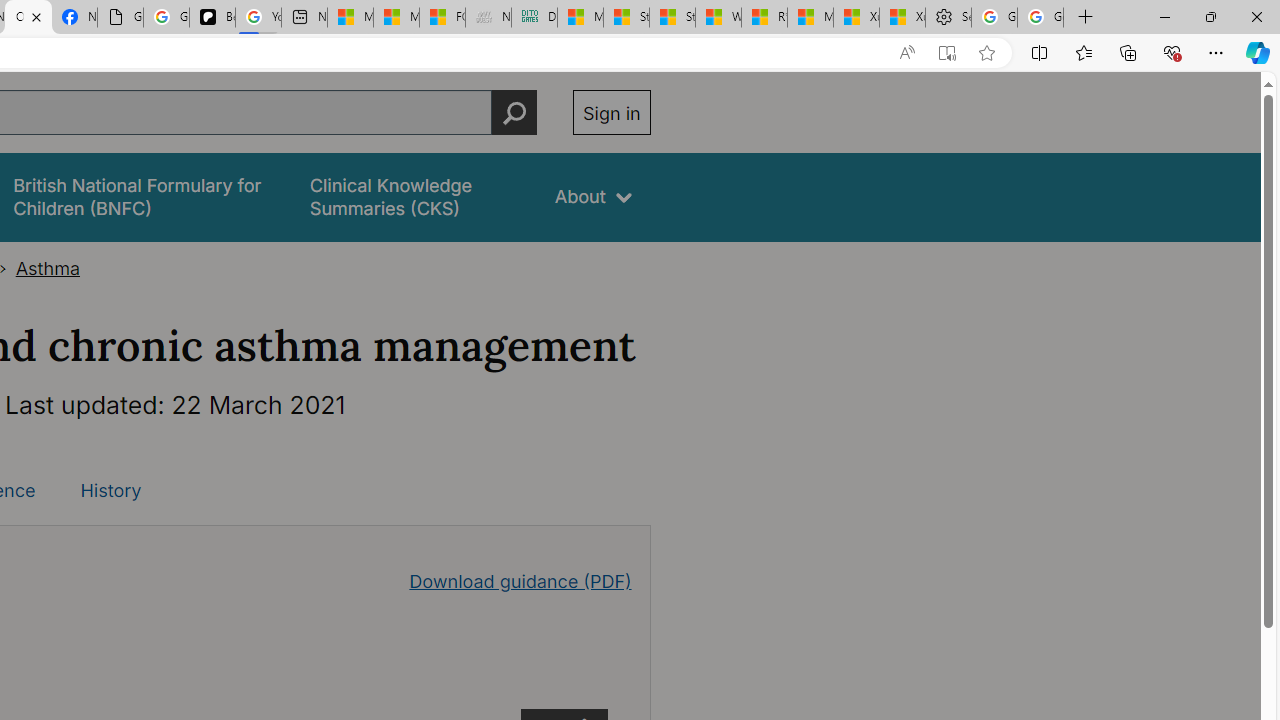 The width and height of the screenshot is (1280, 720). What do you see at coordinates (592, 197) in the screenshot?
I see `'About'` at bounding box center [592, 197].